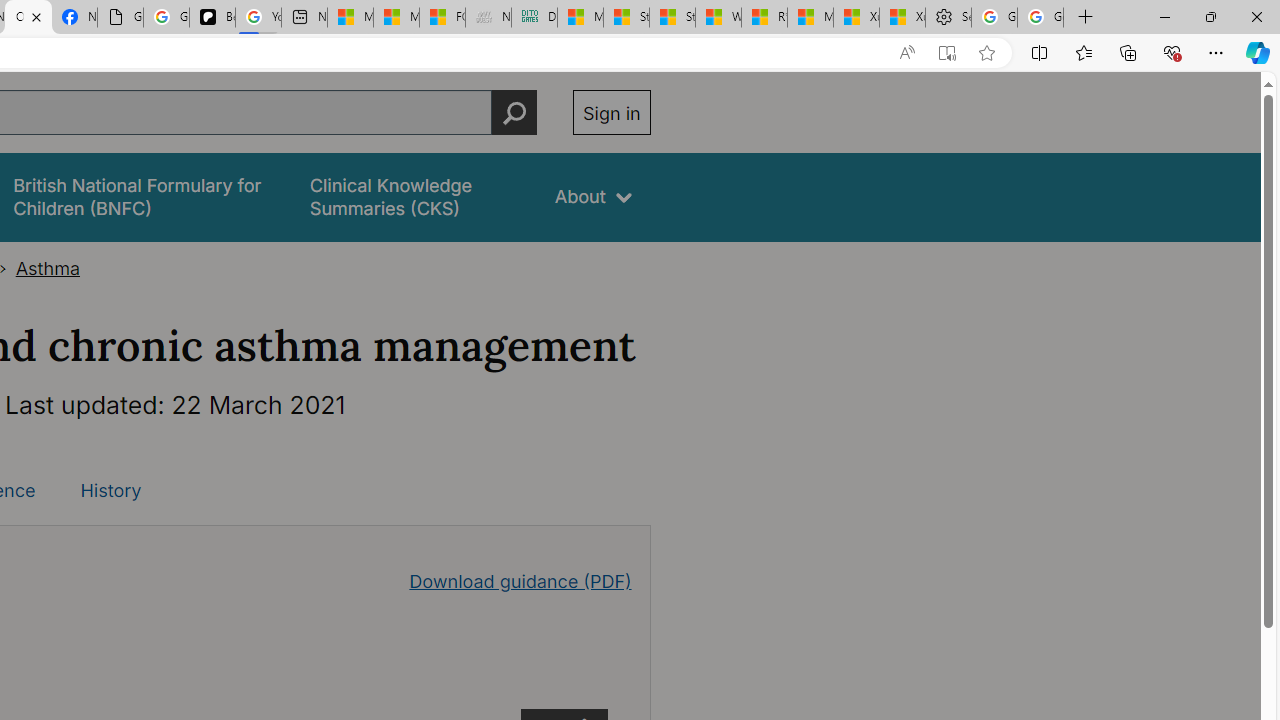 The width and height of the screenshot is (1280, 720). What do you see at coordinates (592, 197) in the screenshot?
I see `'About'` at bounding box center [592, 197].